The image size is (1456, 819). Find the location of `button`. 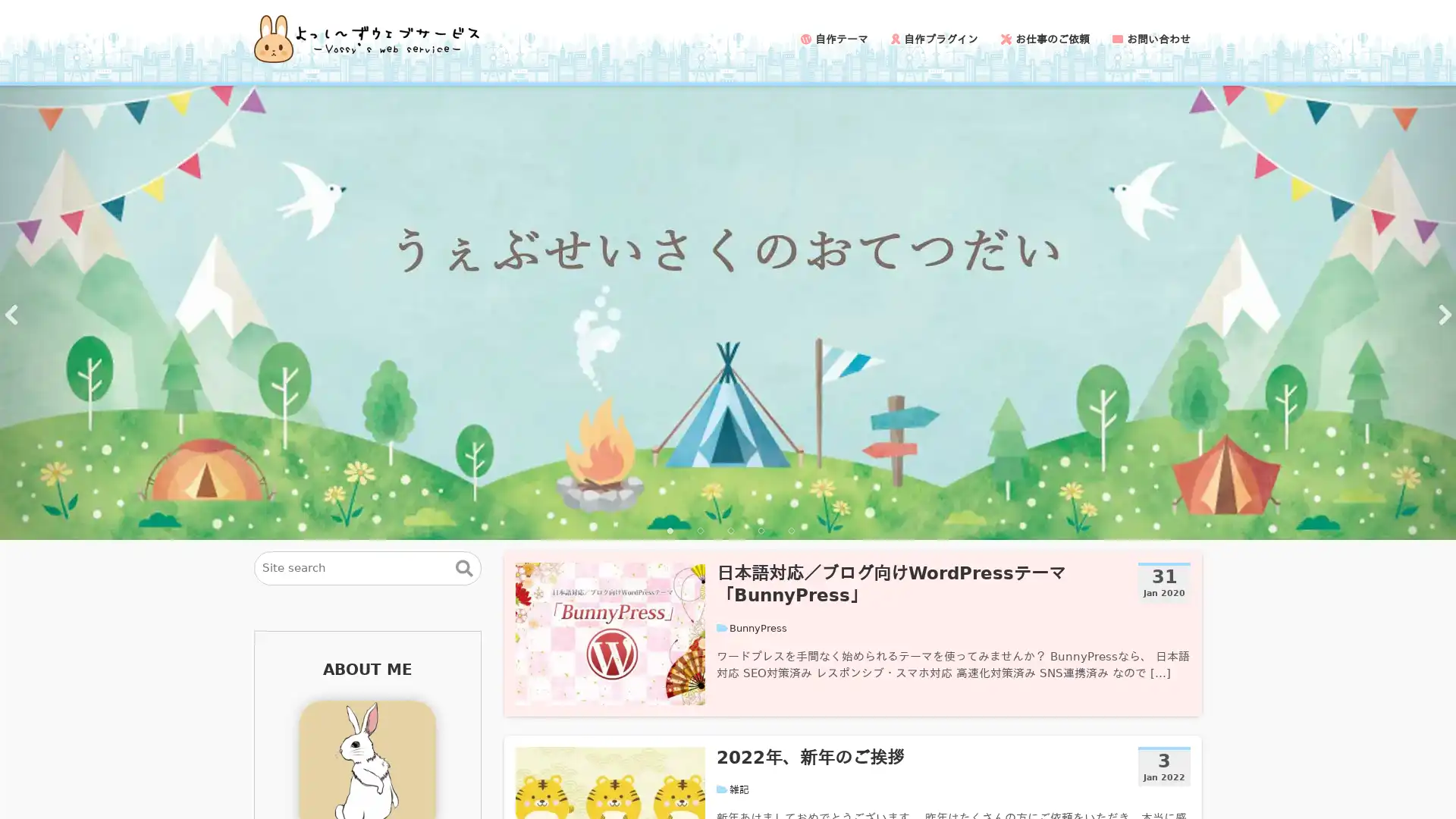

button is located at coordinates (463, 567).